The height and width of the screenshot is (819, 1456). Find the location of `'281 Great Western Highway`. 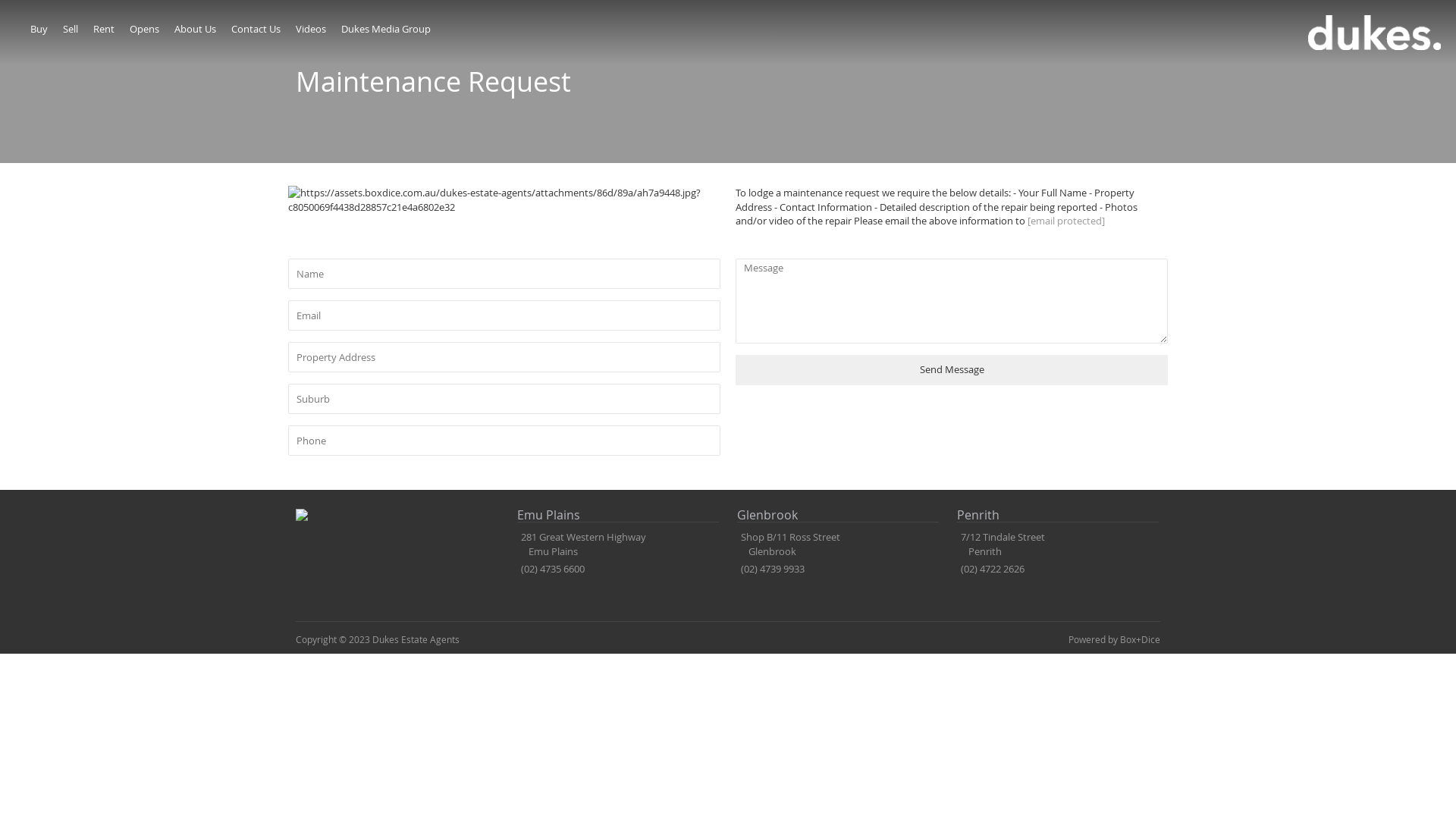

'281 Great Western Highway is located at coordinates (581, 543).